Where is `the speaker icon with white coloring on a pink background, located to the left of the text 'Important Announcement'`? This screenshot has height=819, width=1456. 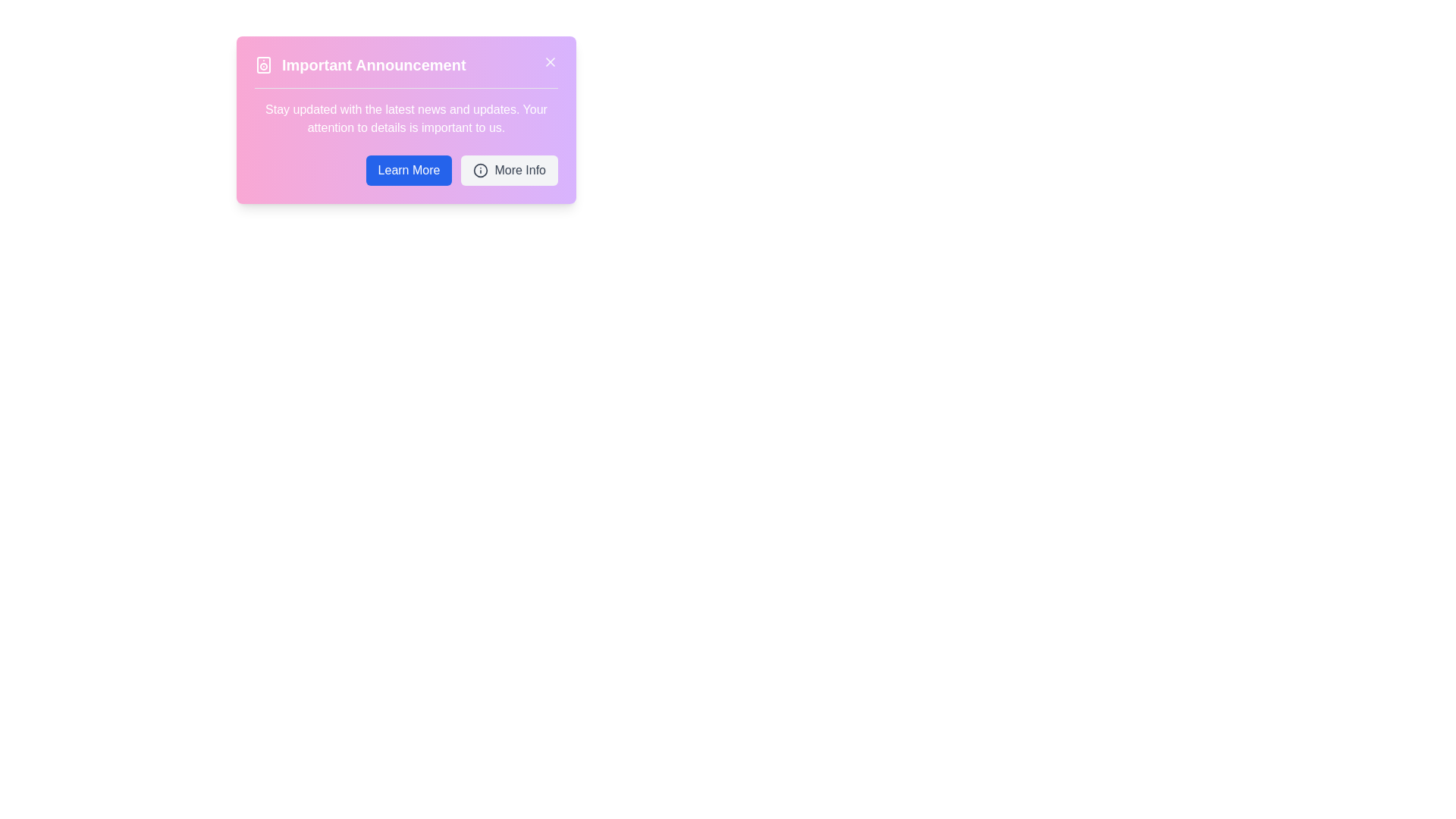 the speaker icon with white coloring on a pink background, located to the left of the text 'Important Announcement' is located at coordinates (263, 64).